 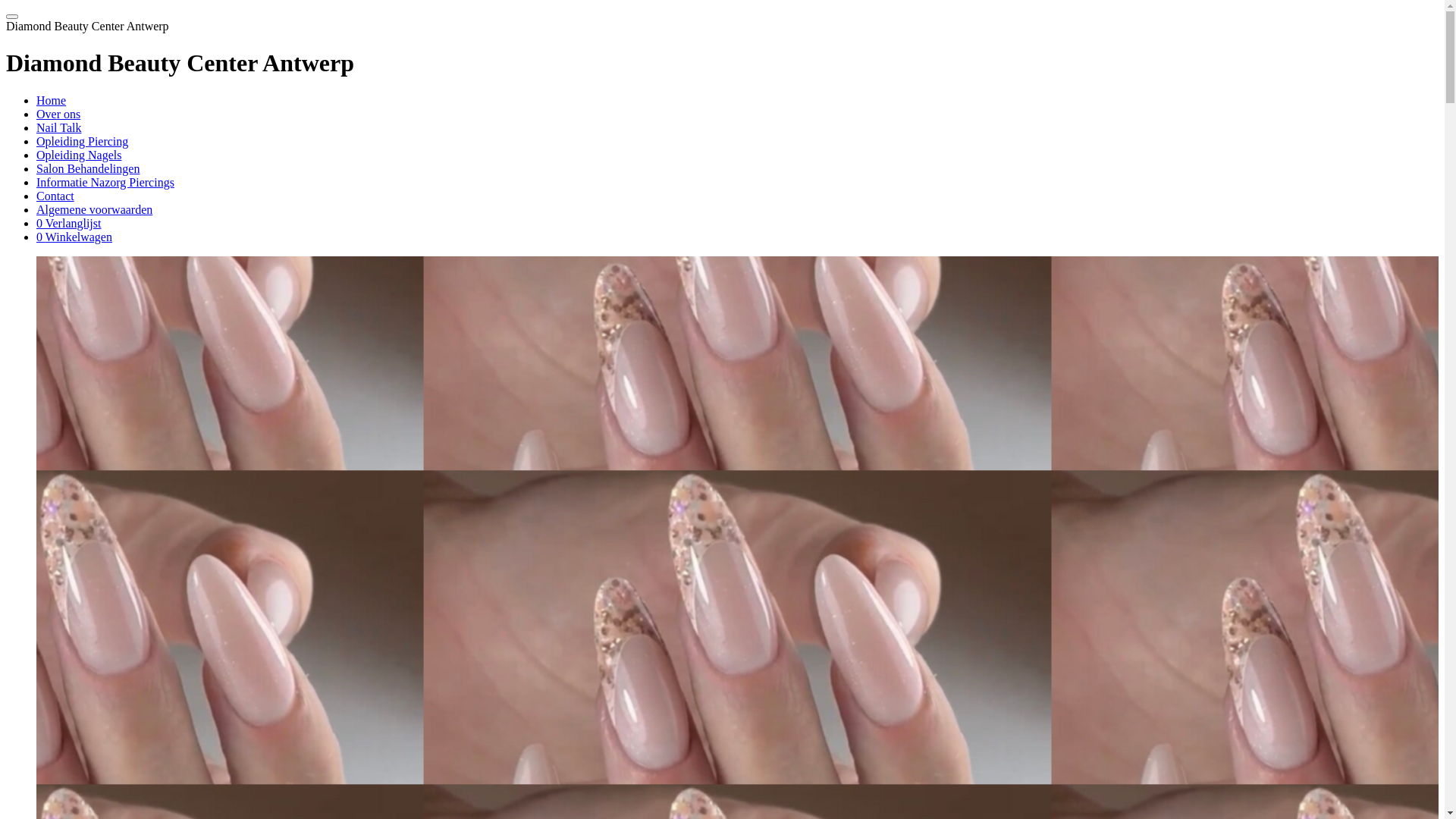 I want to click on 'Informatie Nazorg Piercings', so click(x=105, y=181).